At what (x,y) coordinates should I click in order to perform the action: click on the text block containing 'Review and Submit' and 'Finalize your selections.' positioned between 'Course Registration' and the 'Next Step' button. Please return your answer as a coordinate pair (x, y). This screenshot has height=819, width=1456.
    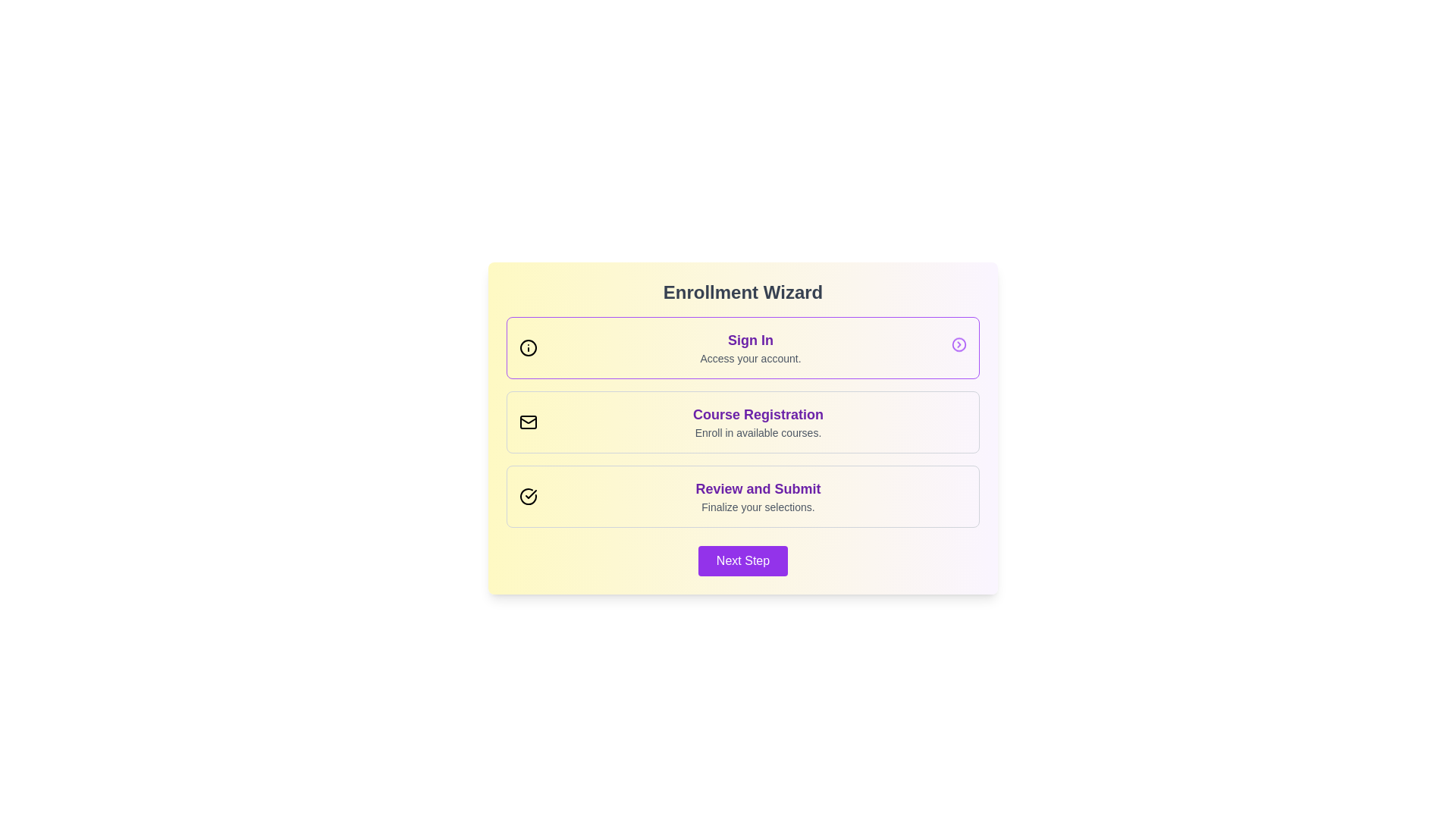
    Looking at the image, I should click on (758, 497).